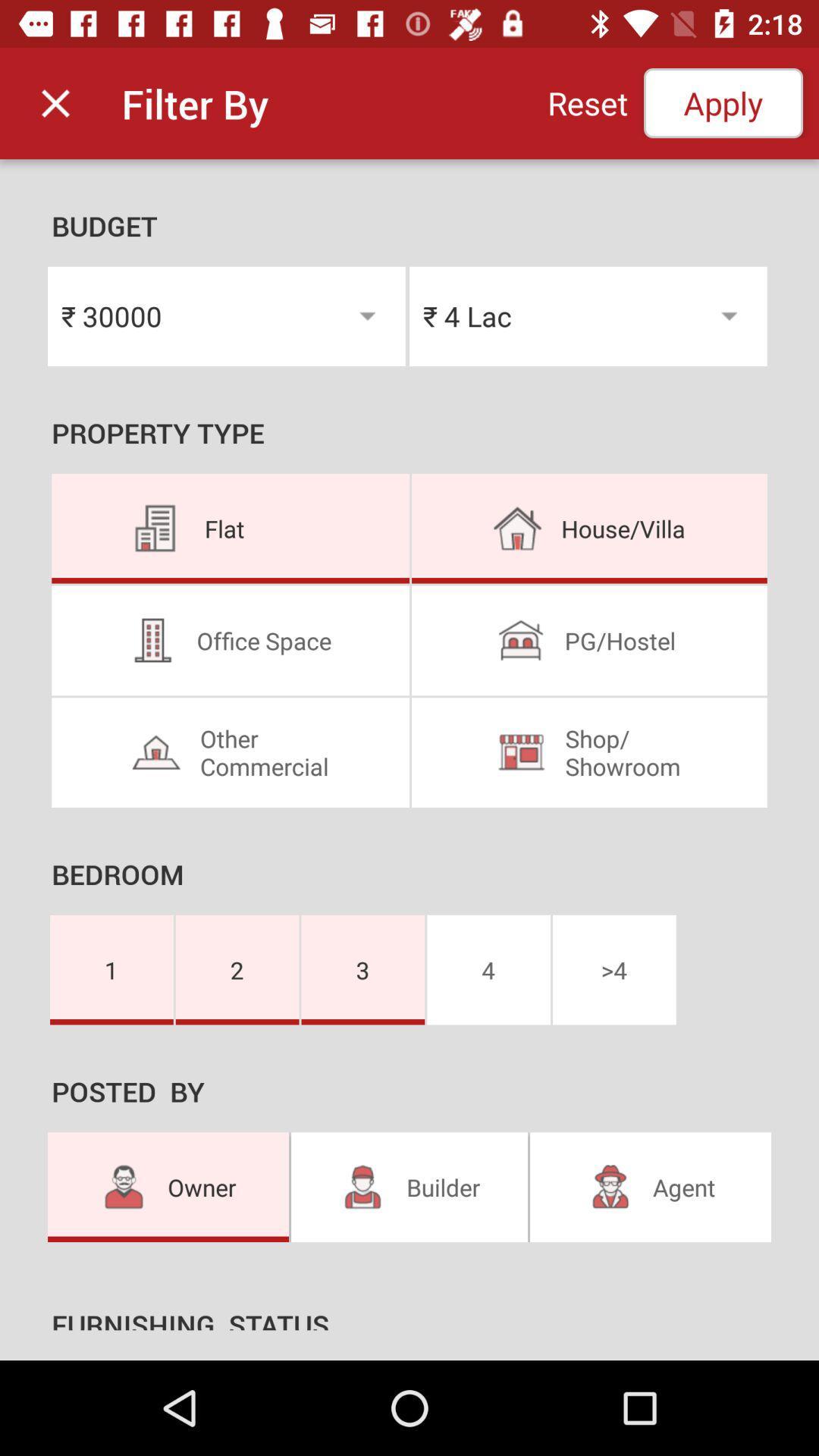 This screenshot has width=819, height=1456. What do you see at coordinates (55, 102) in the screenshot?
I see `exit menu` at bounding box center [55, 102].